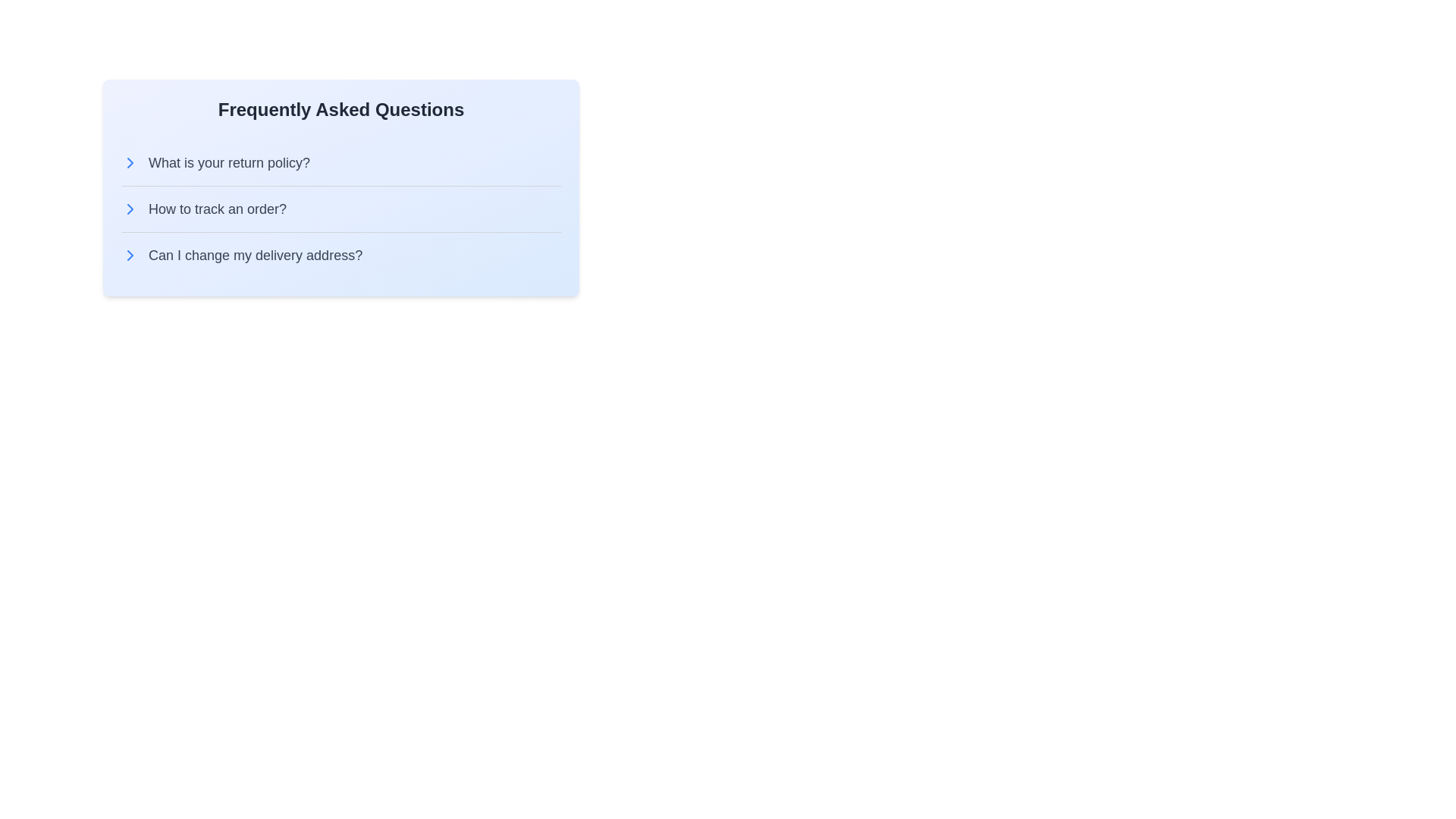  What do you see at coordinates (340, 254) in the screenshot?
I see `the interactive question button labeled 'Can I change my delivery address?'` at bounding box center [340, 254].